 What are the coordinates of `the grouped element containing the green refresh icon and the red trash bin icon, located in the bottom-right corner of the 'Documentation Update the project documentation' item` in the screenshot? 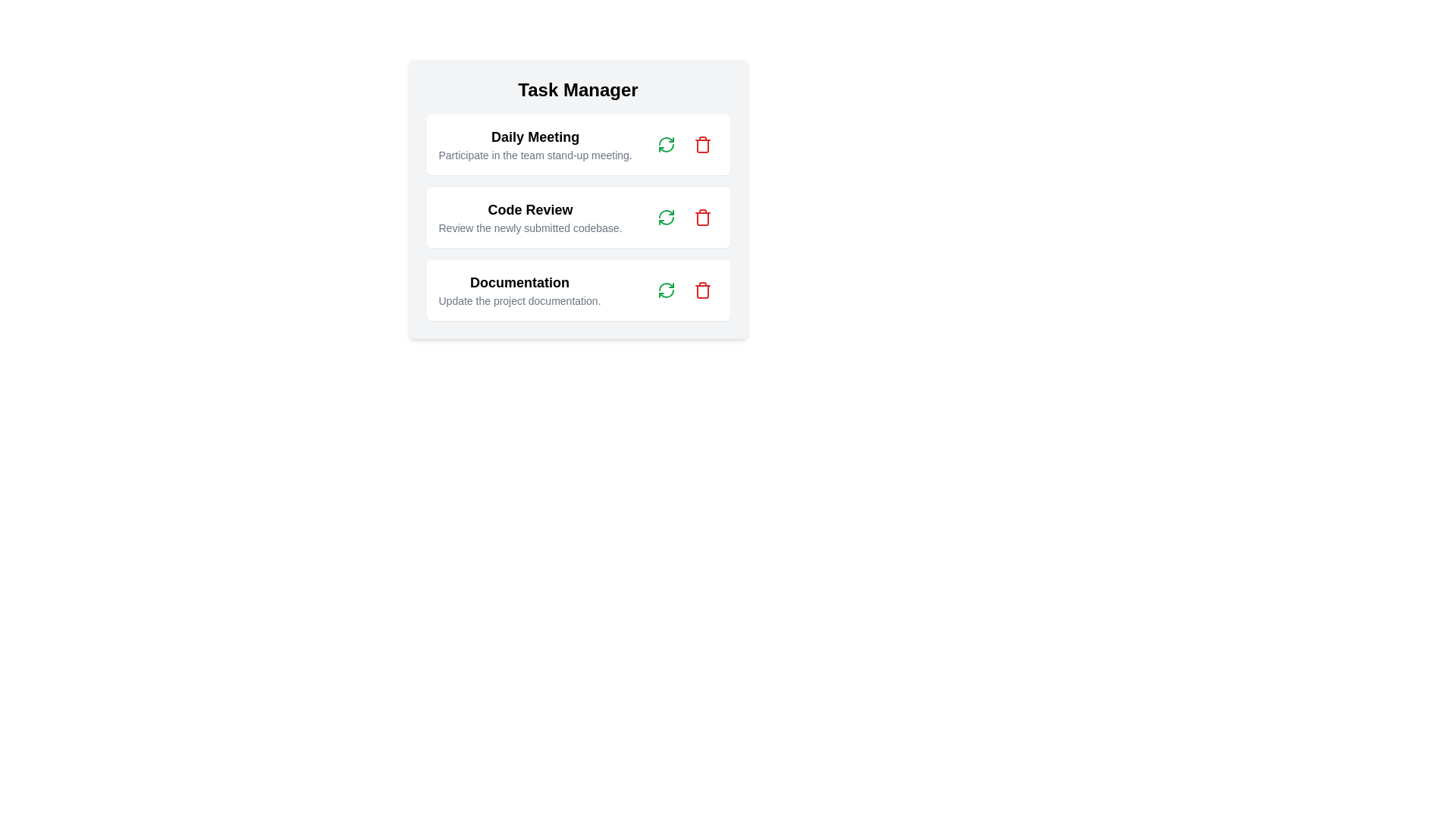 It's located at (683, 290).